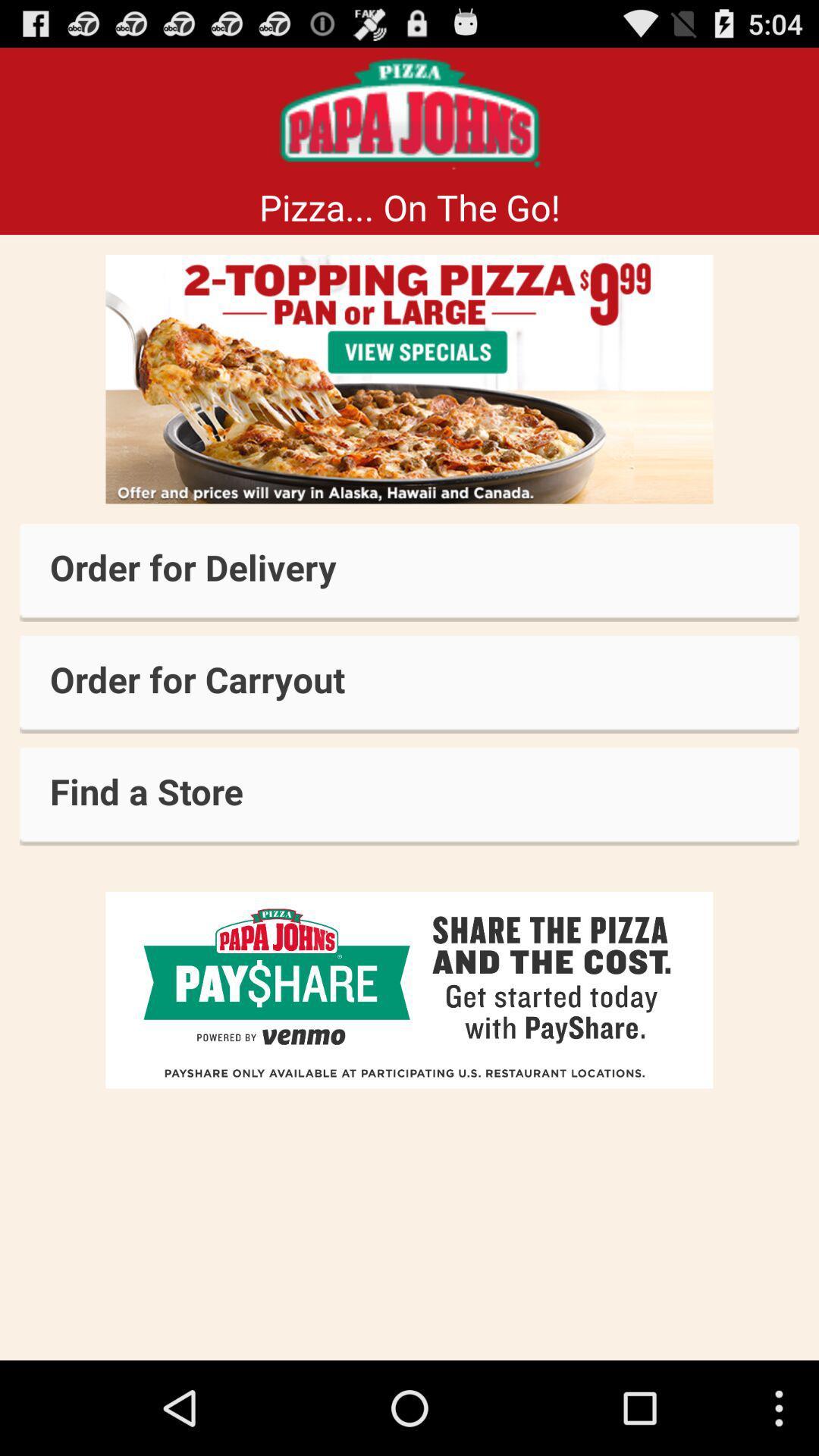 Image resolution: width=819 pixels, height=1456 pixels. I want to click on special, so click(409, 379).